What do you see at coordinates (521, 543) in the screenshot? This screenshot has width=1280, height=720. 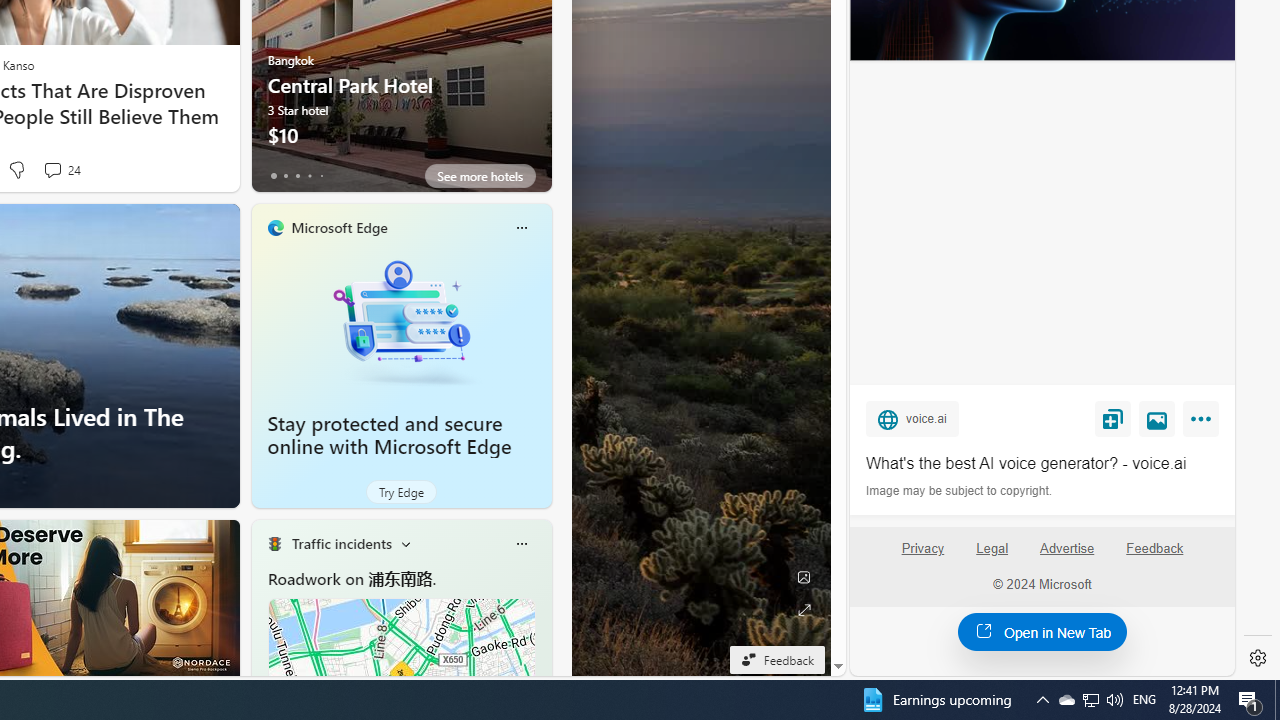 I see `'Class: icon-img'` at bounding box center [521, 543].